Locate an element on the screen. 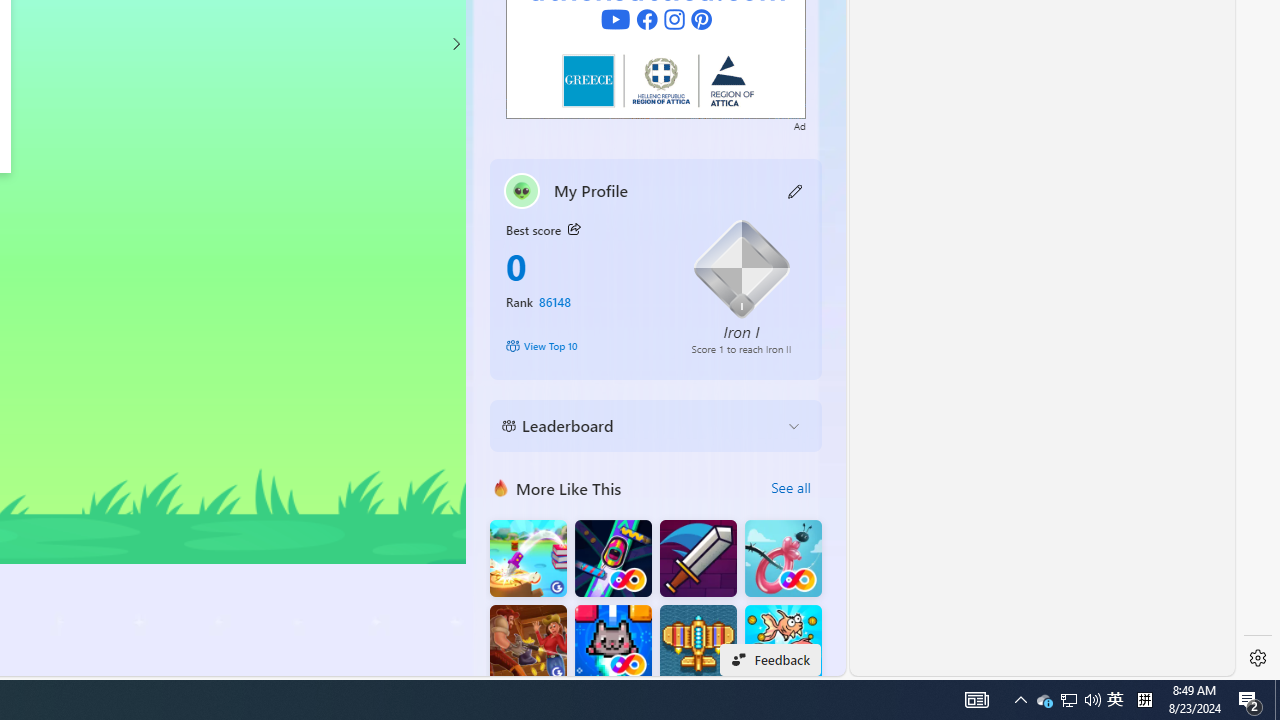  '""' is located at coordinates (522, 190).